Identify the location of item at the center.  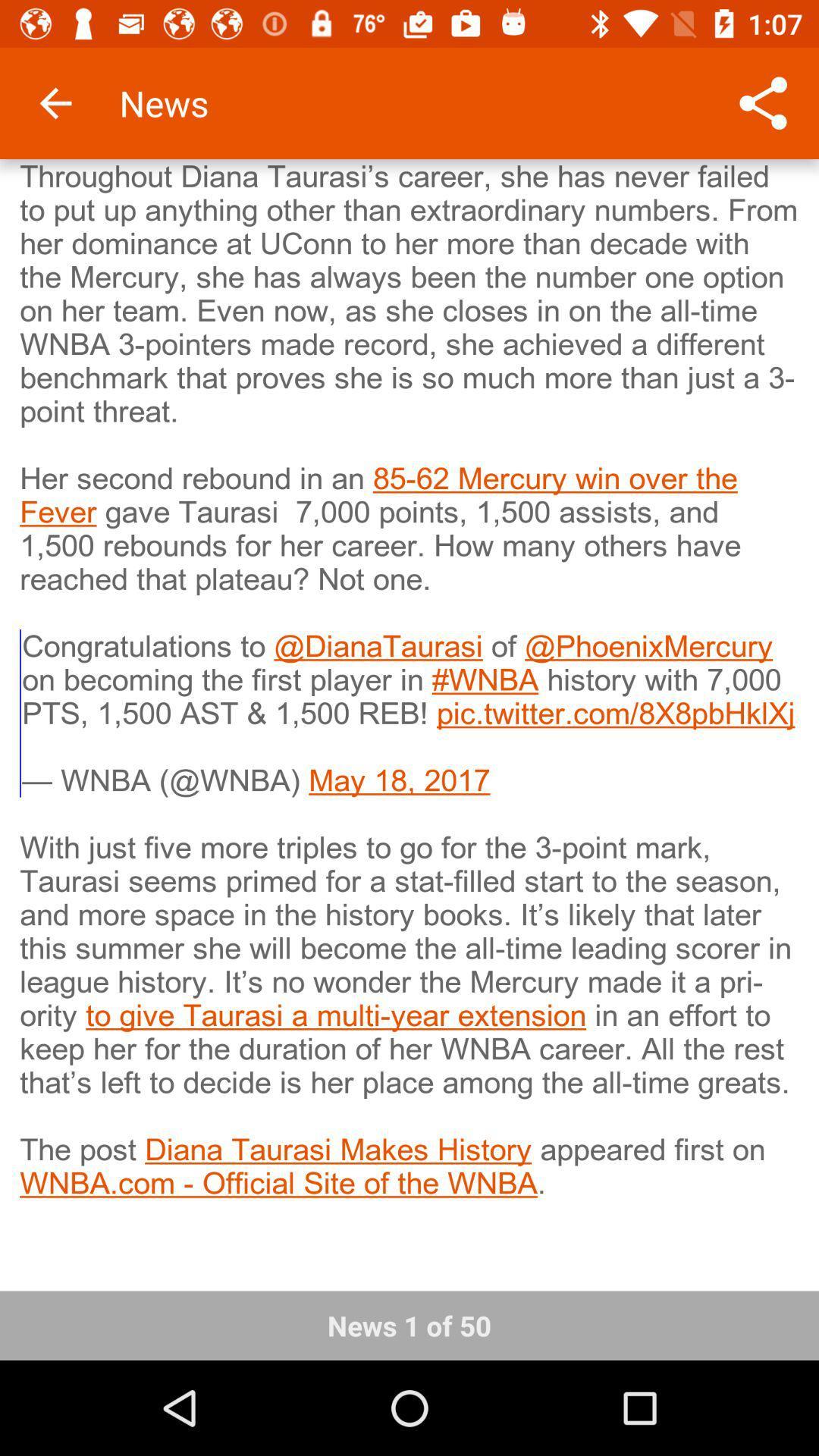
(409, 714).